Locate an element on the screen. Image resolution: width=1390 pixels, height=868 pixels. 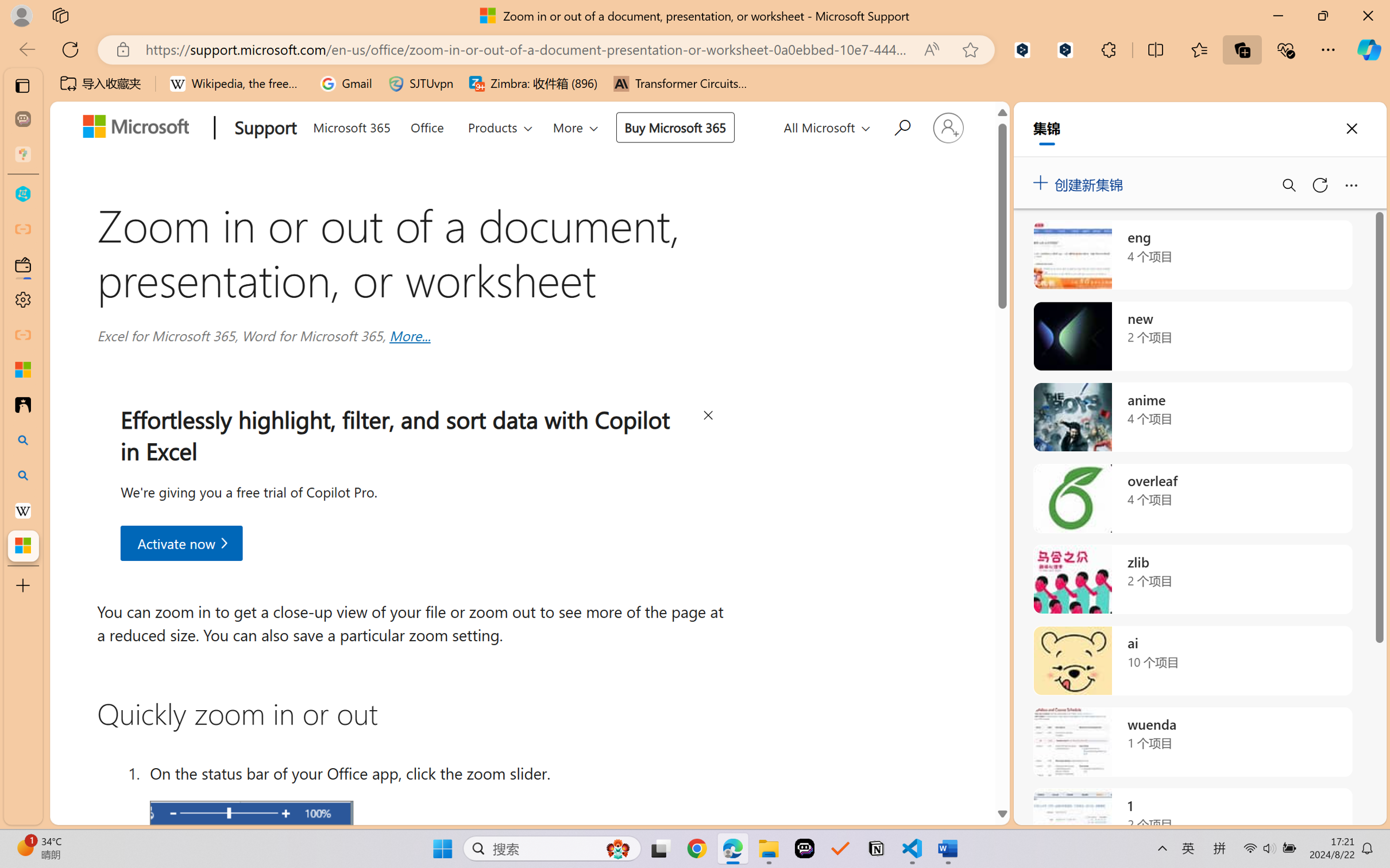
'Earth - Wikipedia' is located at coordinates (22, 509).